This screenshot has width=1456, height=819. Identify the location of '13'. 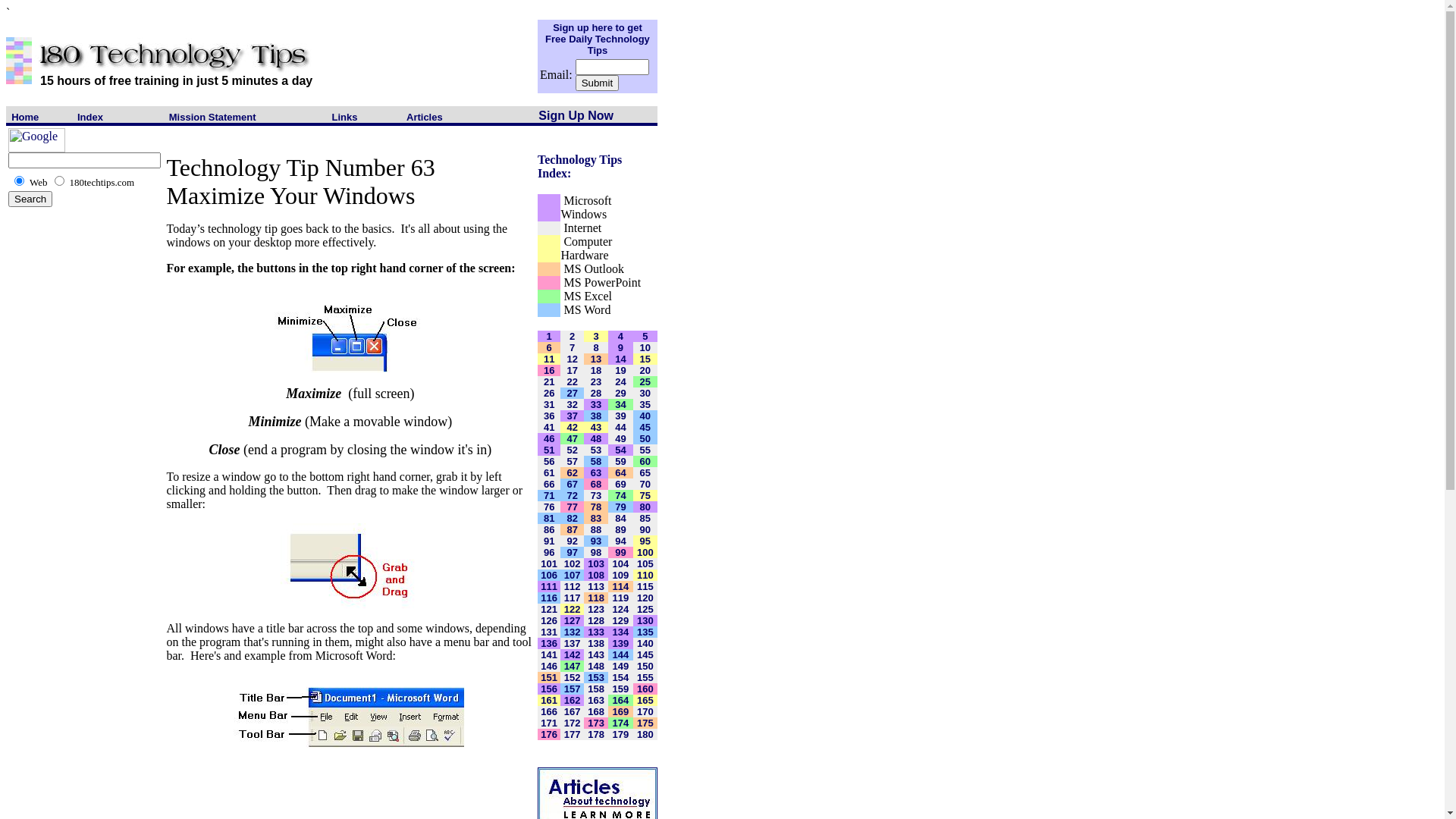
(589, 359).